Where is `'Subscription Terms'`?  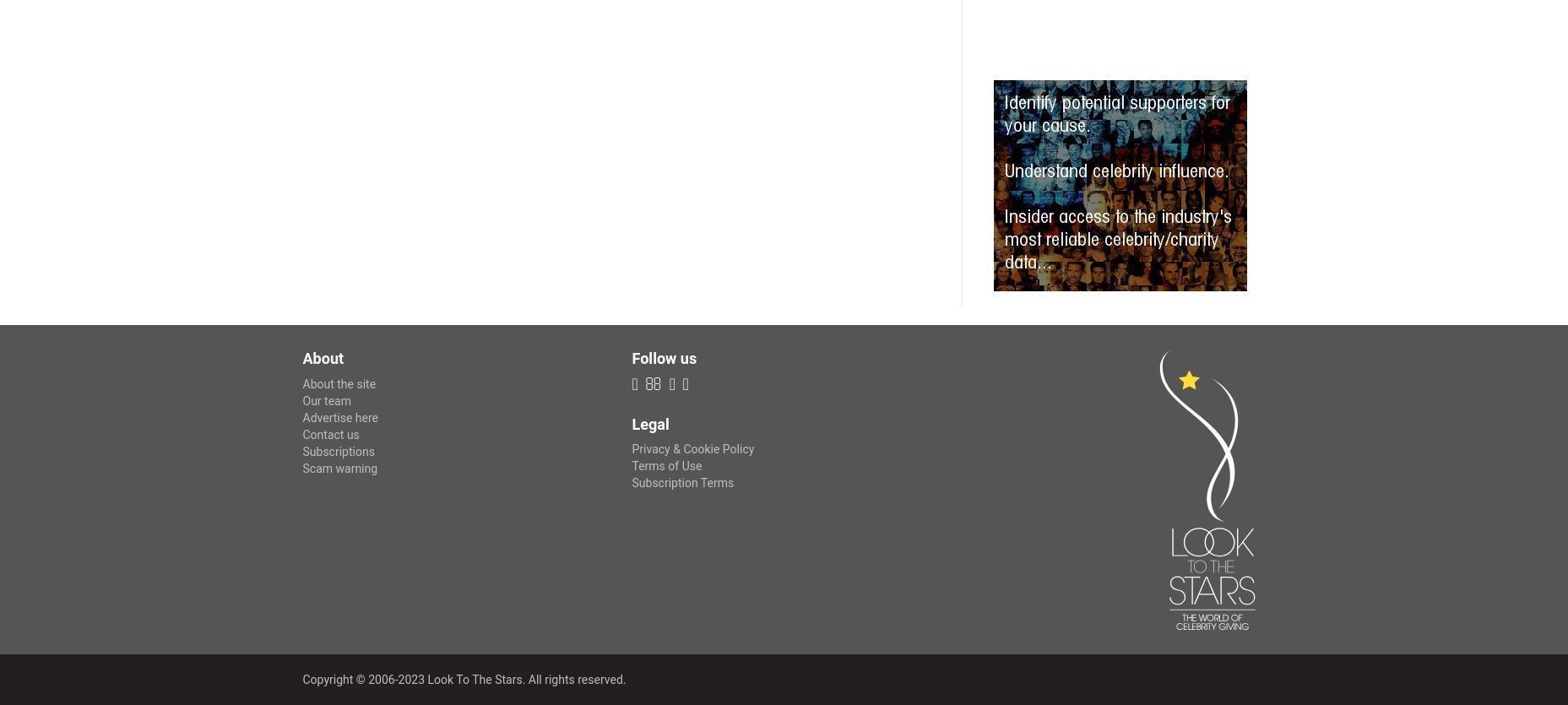 'Subscription Terms' is located at coordinates (682, 482).